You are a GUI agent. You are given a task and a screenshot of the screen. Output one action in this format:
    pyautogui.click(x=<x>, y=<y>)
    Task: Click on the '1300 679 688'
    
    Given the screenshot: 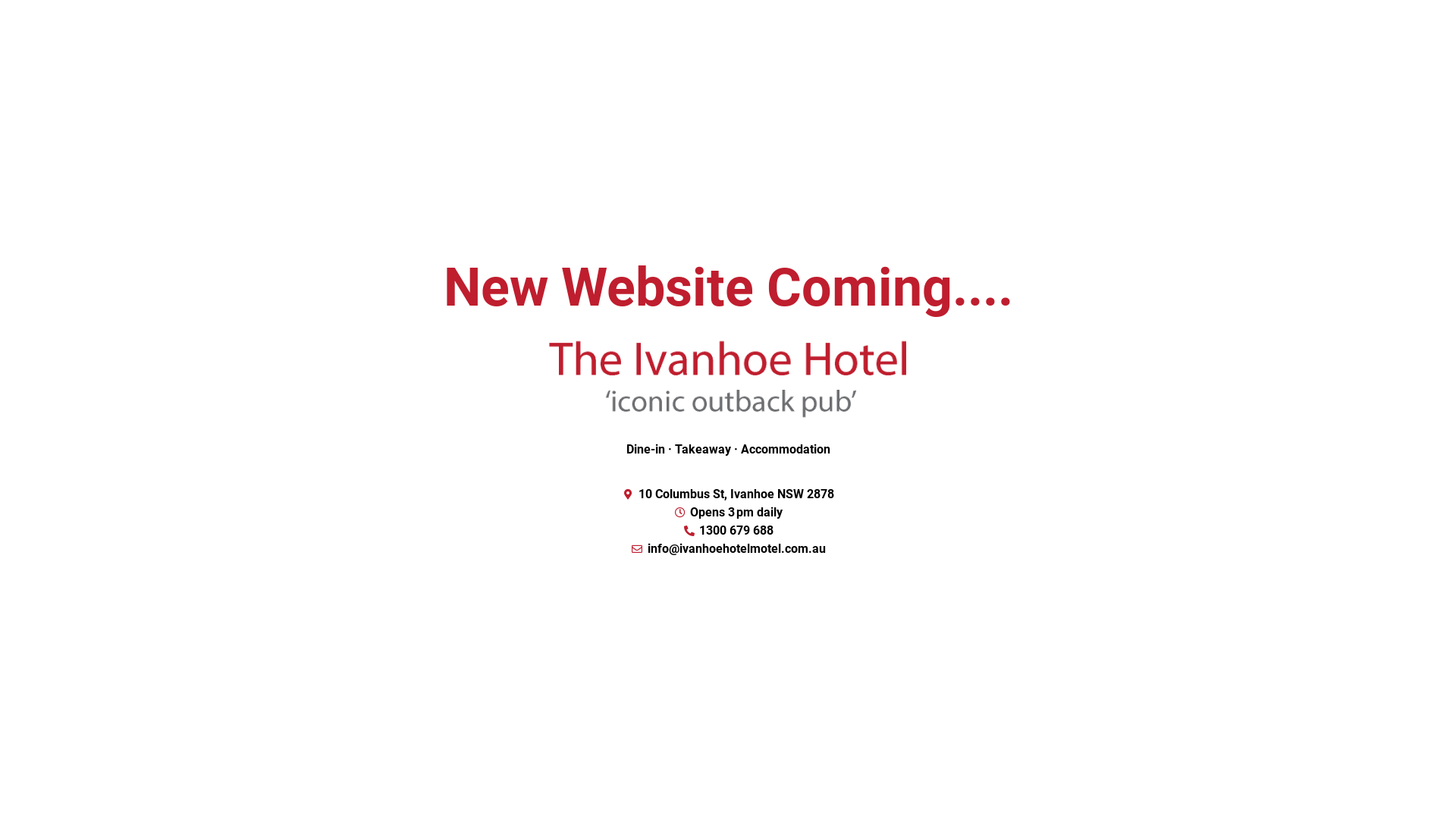 What is the action you would take?
    pyautogui.click(x=728, y=529)
    